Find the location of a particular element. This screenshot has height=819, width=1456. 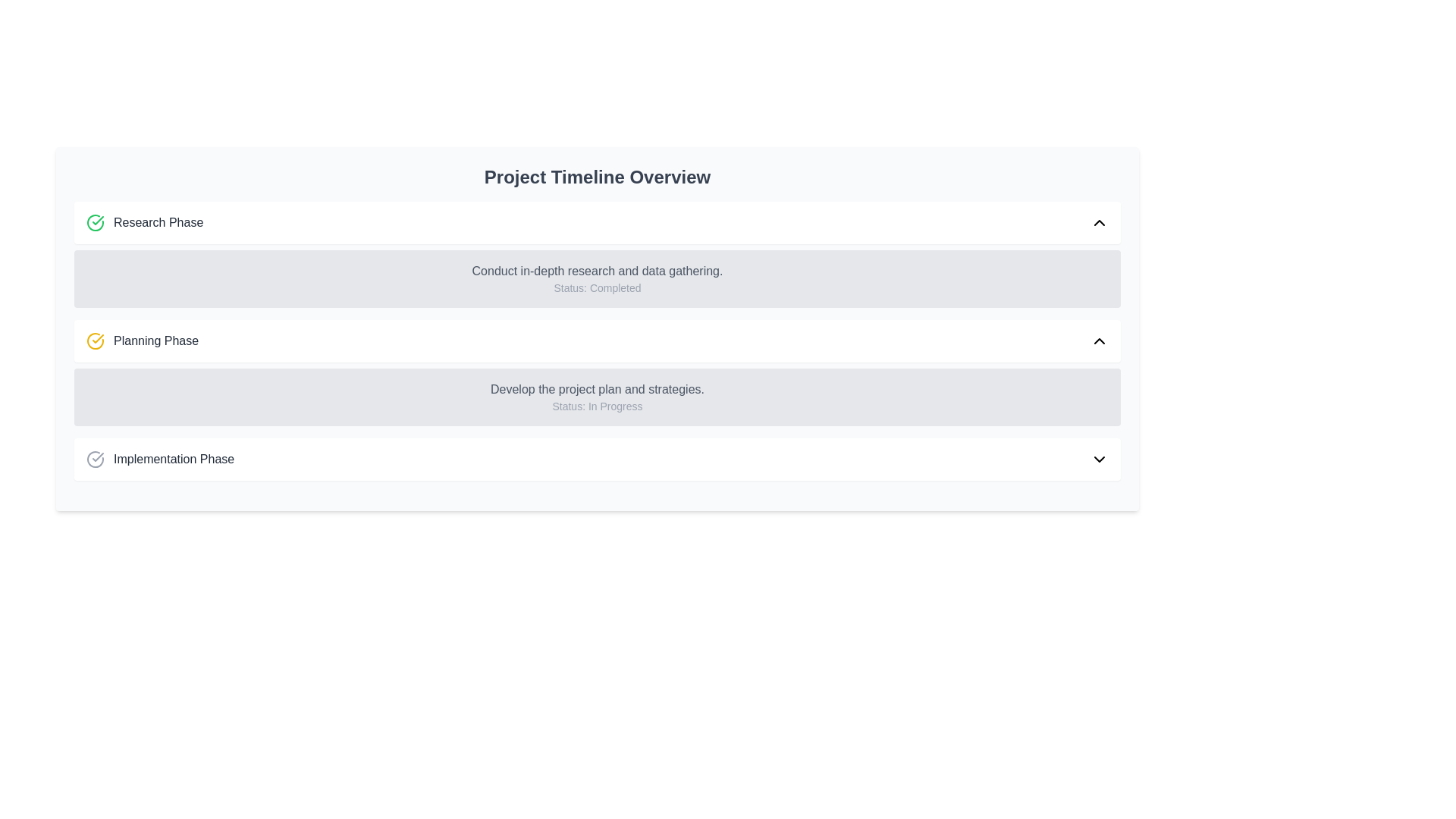

the toggle button with an icon located at the right edge of the 'Planning Phase' card is located at coordinates (1099, 341).